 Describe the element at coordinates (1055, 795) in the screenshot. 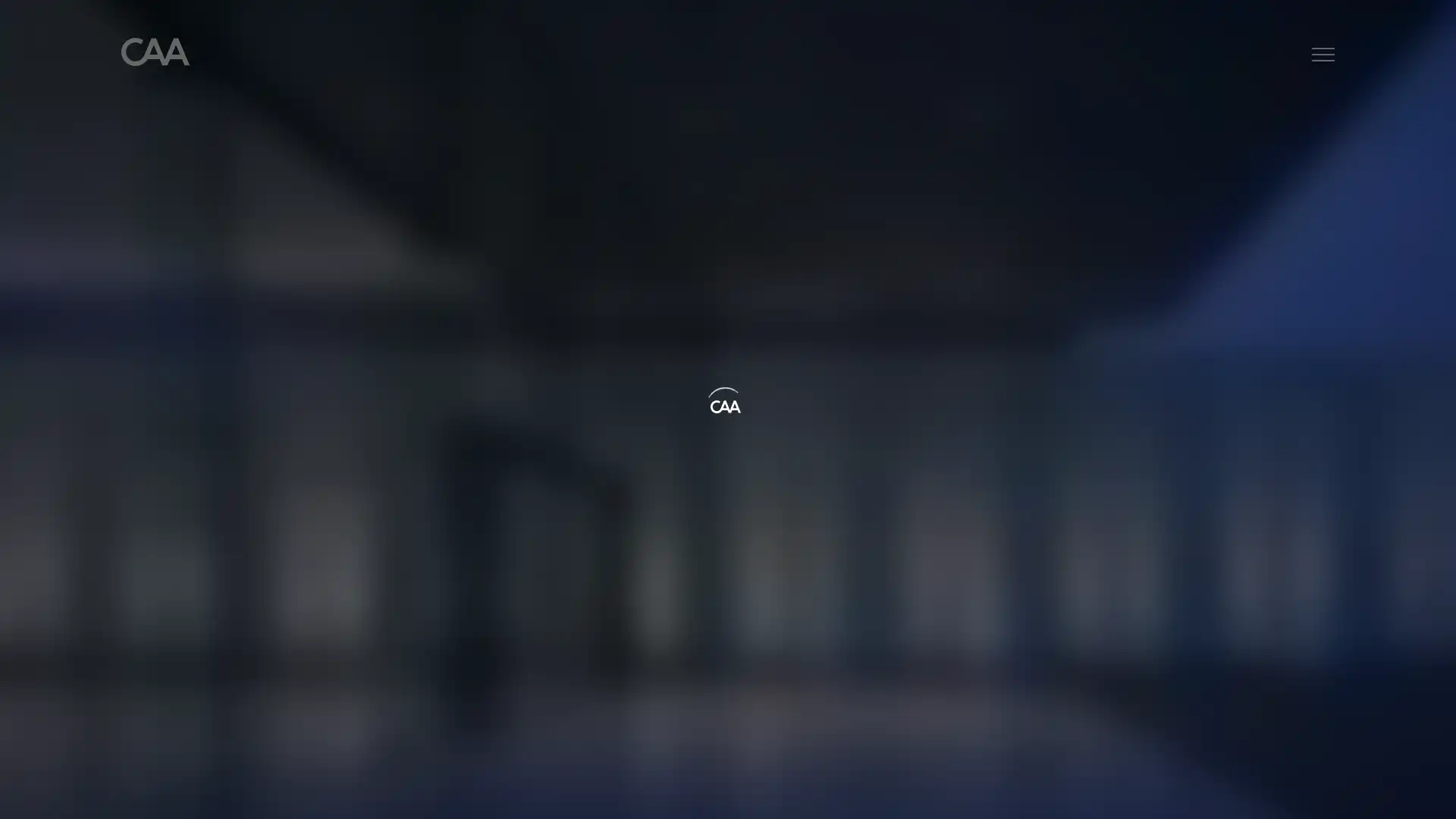

I see `Cookies Settings` at that location.